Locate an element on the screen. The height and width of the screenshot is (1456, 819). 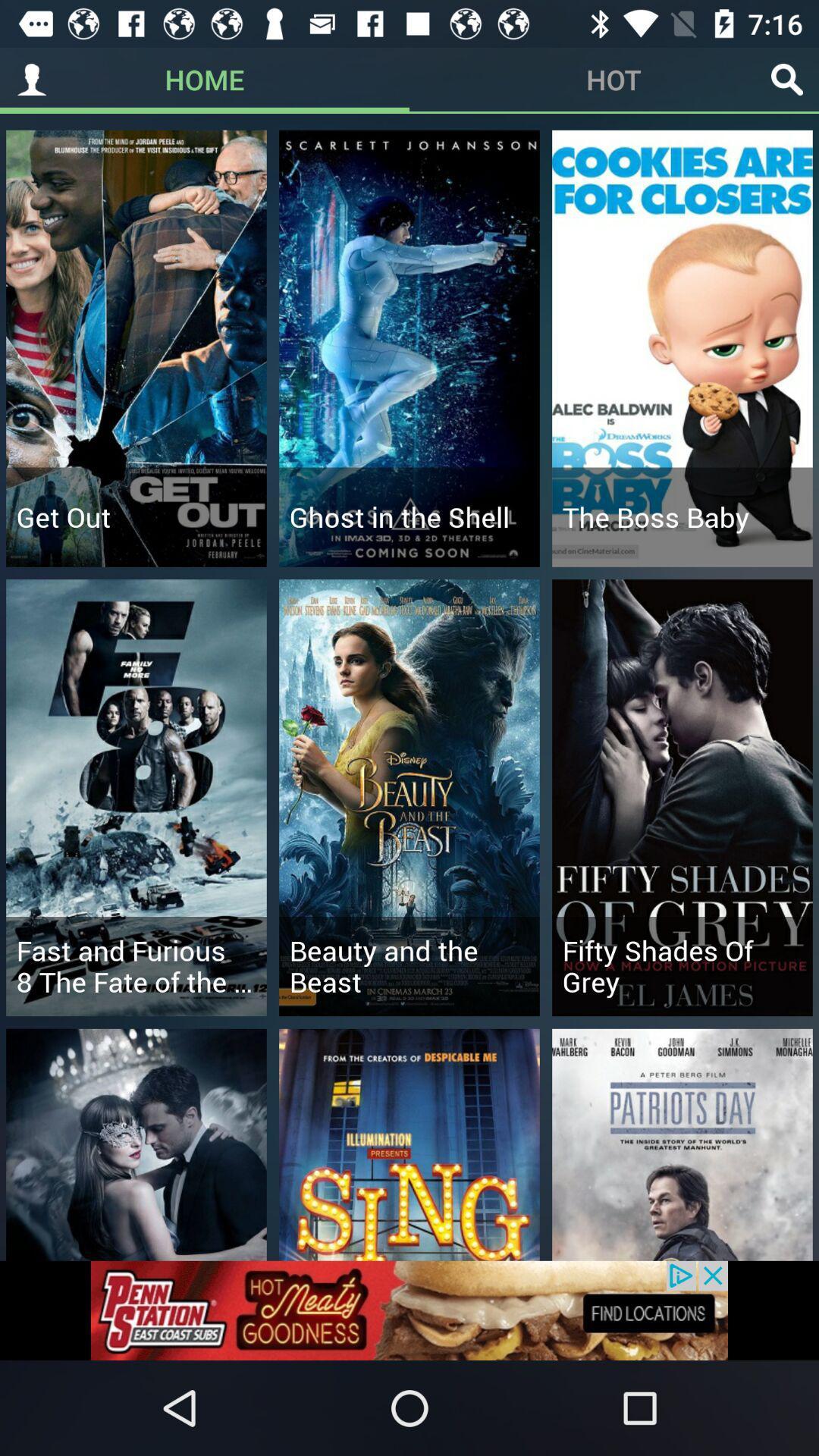
the avatar icon is located at coordinates (32, 79).